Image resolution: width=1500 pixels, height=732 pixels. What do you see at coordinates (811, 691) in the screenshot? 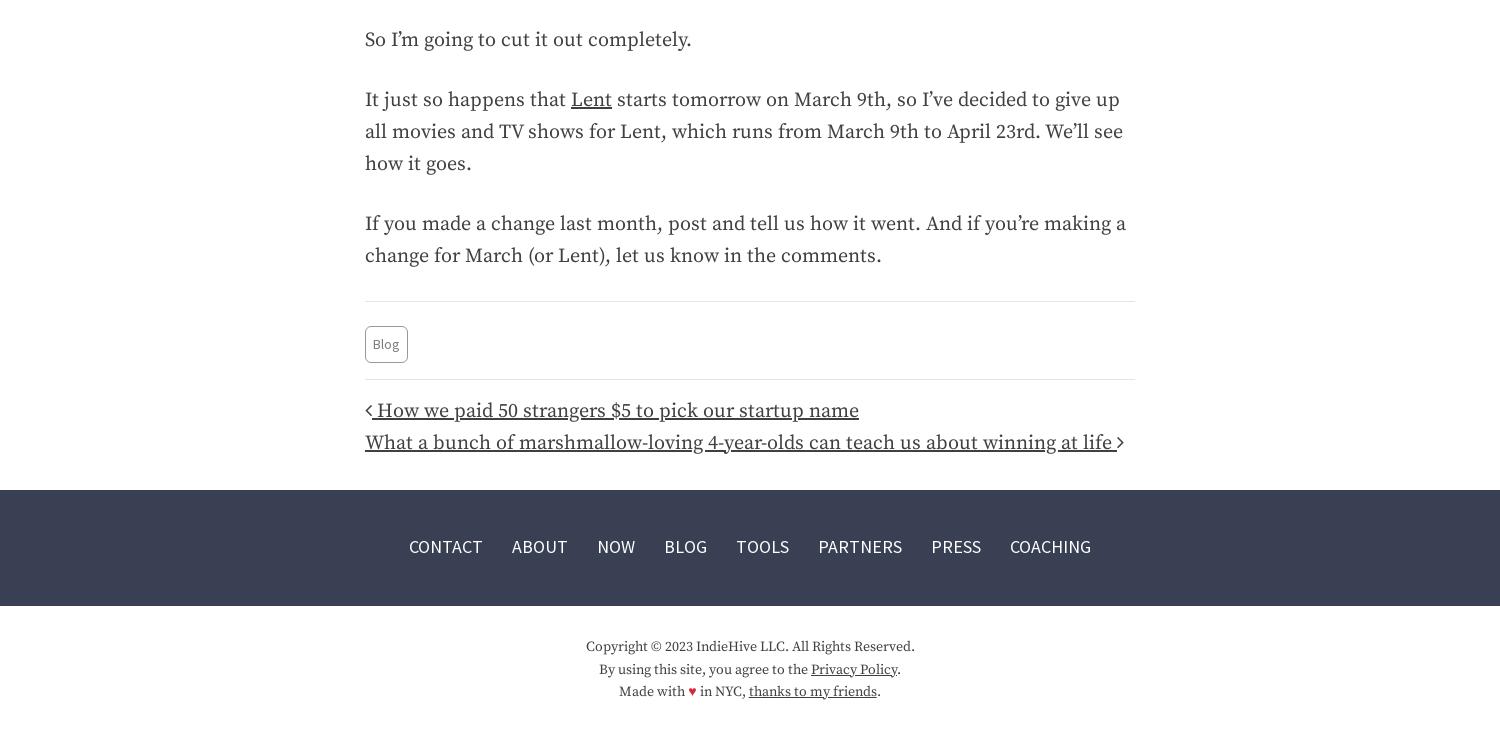
I see `'thanks to my friends'` at bounding box center [811, 691].